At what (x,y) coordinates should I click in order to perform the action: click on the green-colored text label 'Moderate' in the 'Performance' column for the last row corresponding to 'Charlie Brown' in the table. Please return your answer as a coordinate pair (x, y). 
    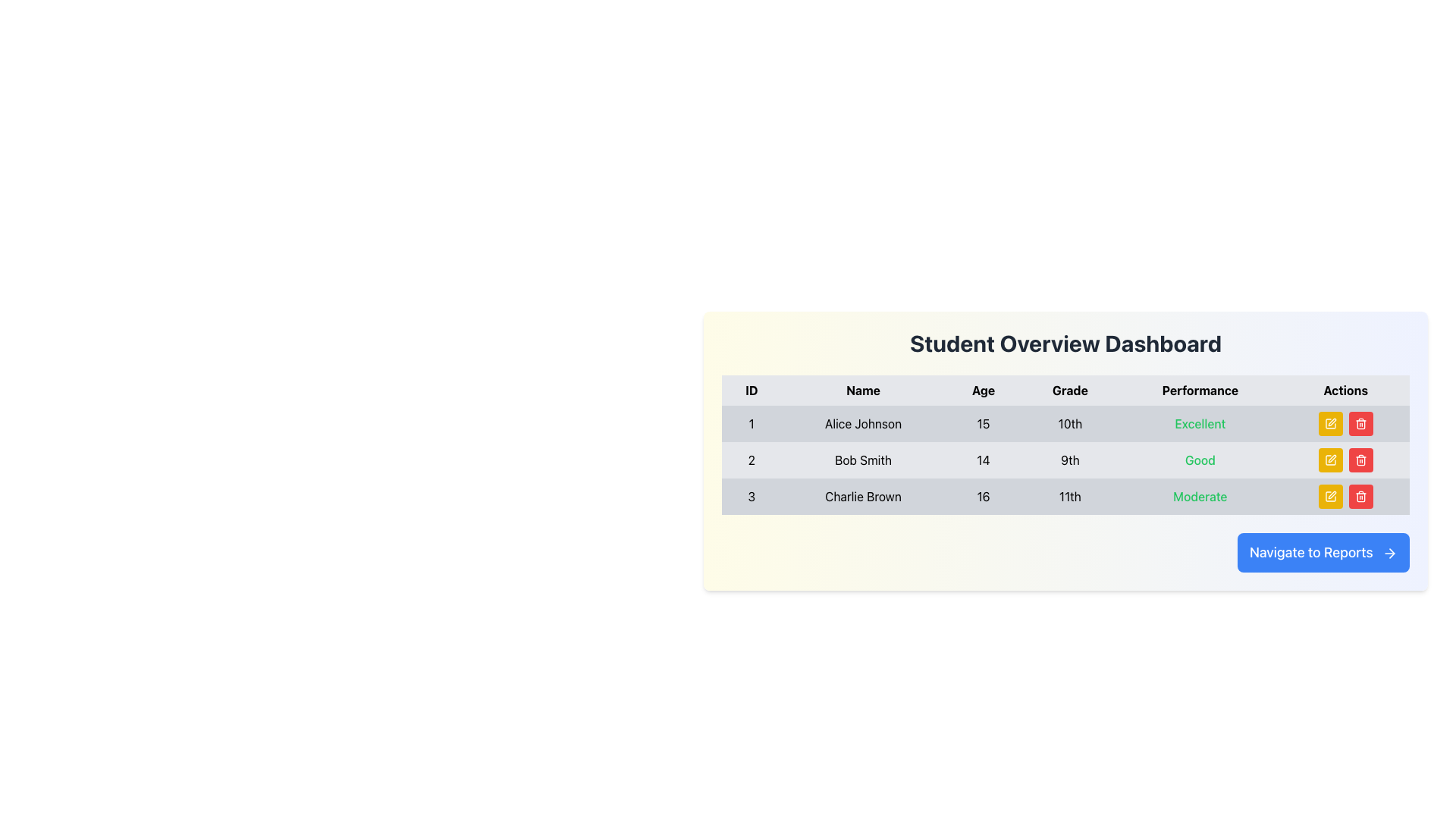
    Looking at the image, I should click on (1199, 497).